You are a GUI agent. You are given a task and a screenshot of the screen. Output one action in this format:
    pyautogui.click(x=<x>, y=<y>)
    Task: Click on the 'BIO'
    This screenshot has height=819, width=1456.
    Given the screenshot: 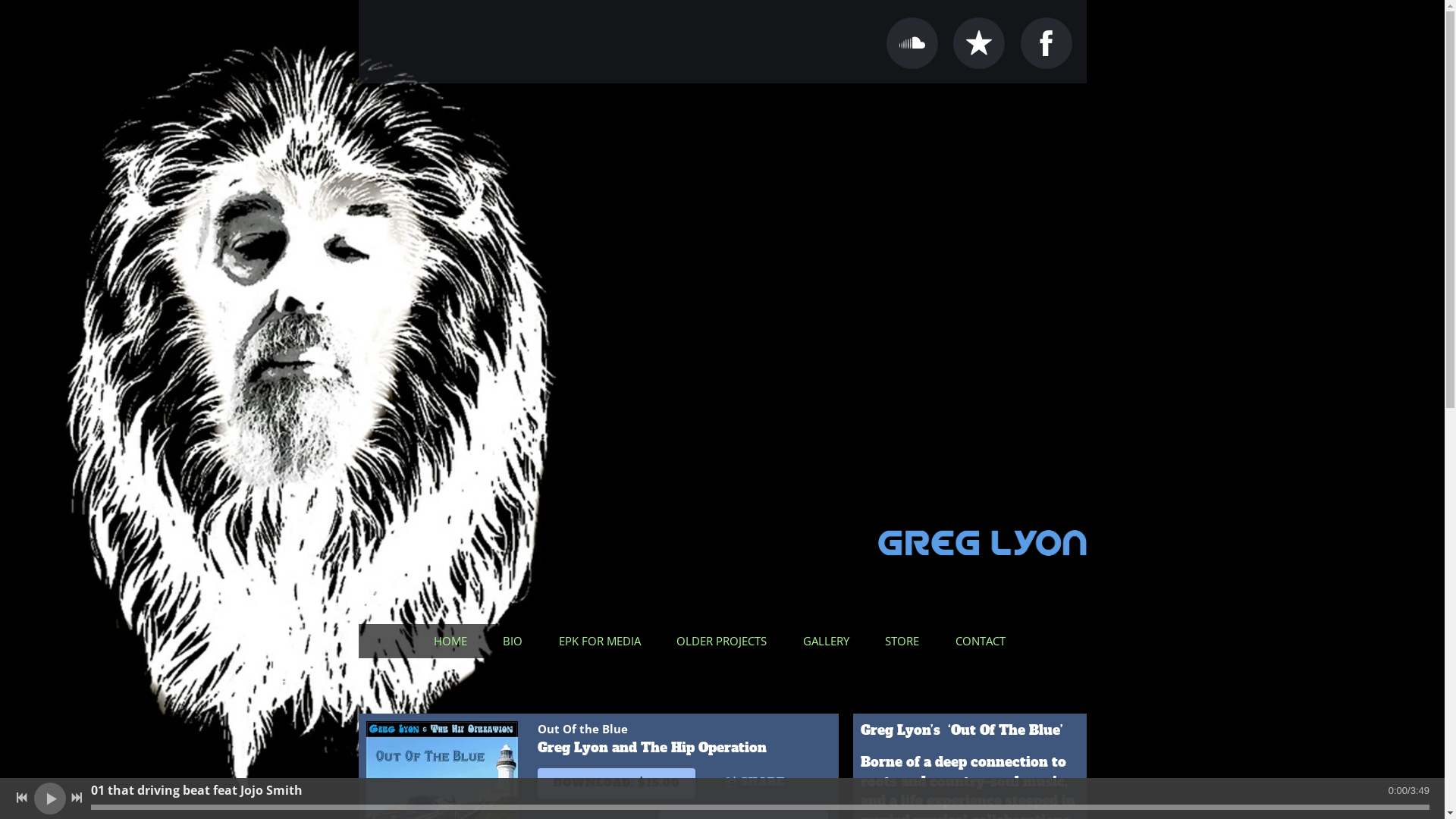 What is the action you would take?
    pyautogui.click(x=516, y=641)
    